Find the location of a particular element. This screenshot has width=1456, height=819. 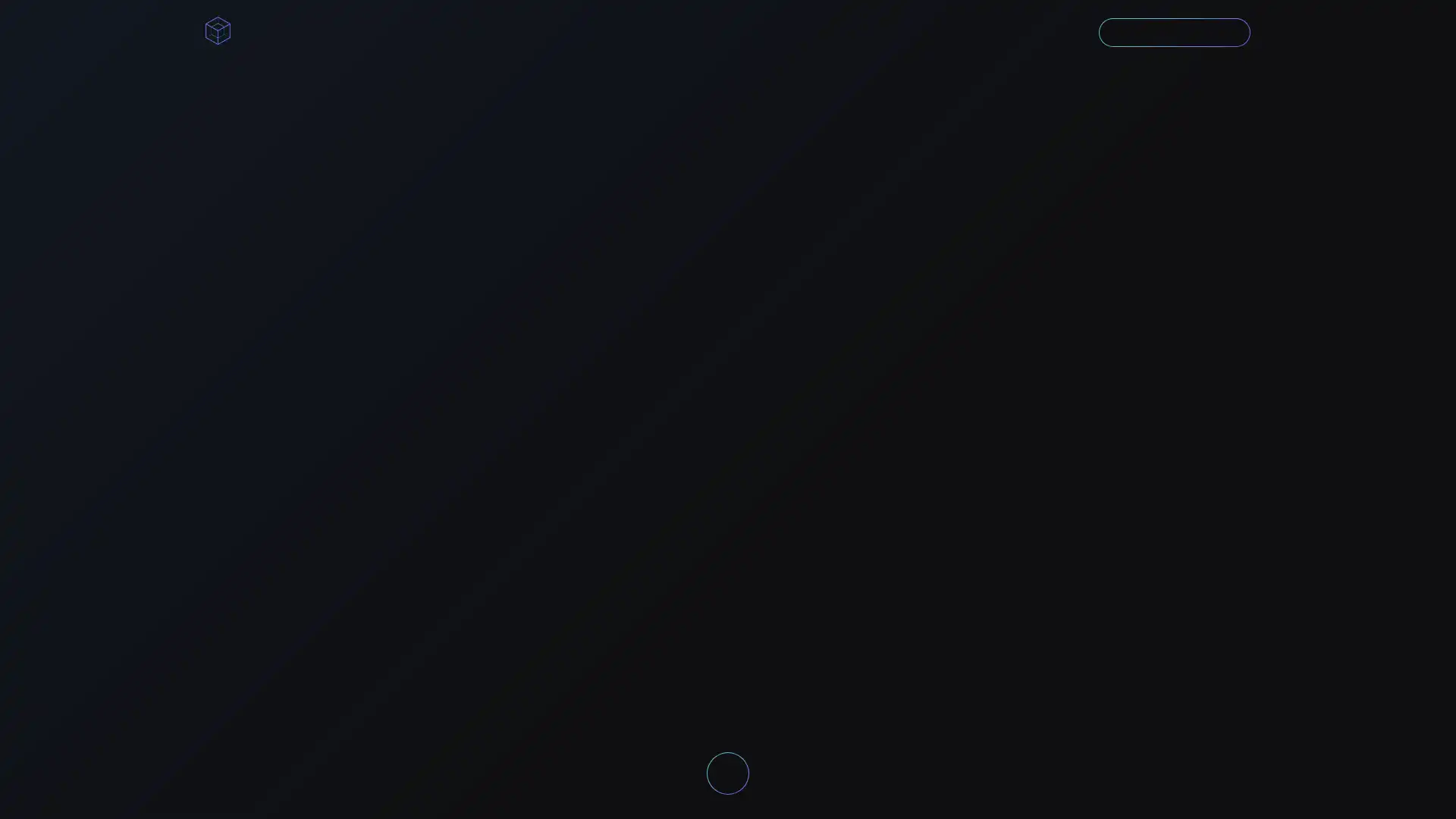

Connect Wallet is located at coordinates (1153, 32).